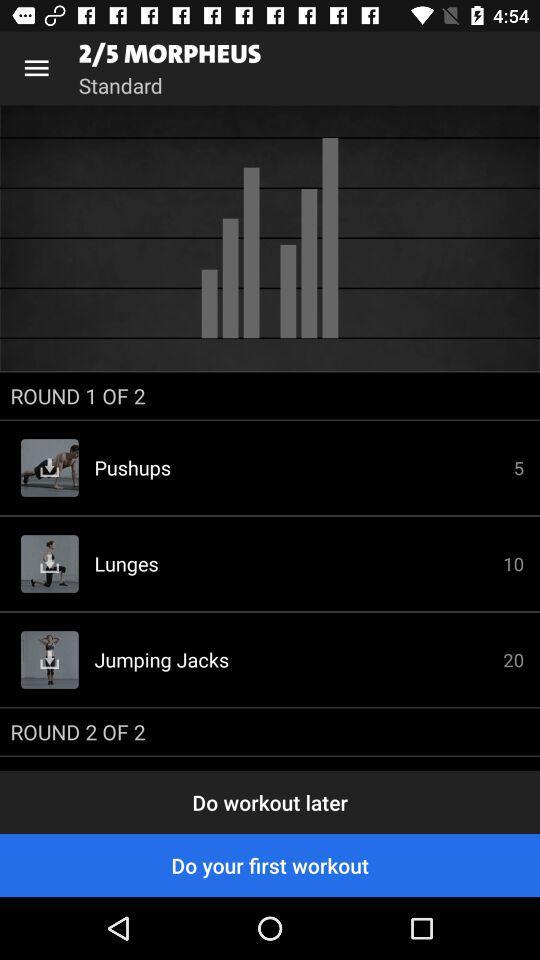 Image resolution: width=540 pixels, height=960 pixels. I want to click on the third download icon which is left side of the text jumping jacks, so click(50, 659).